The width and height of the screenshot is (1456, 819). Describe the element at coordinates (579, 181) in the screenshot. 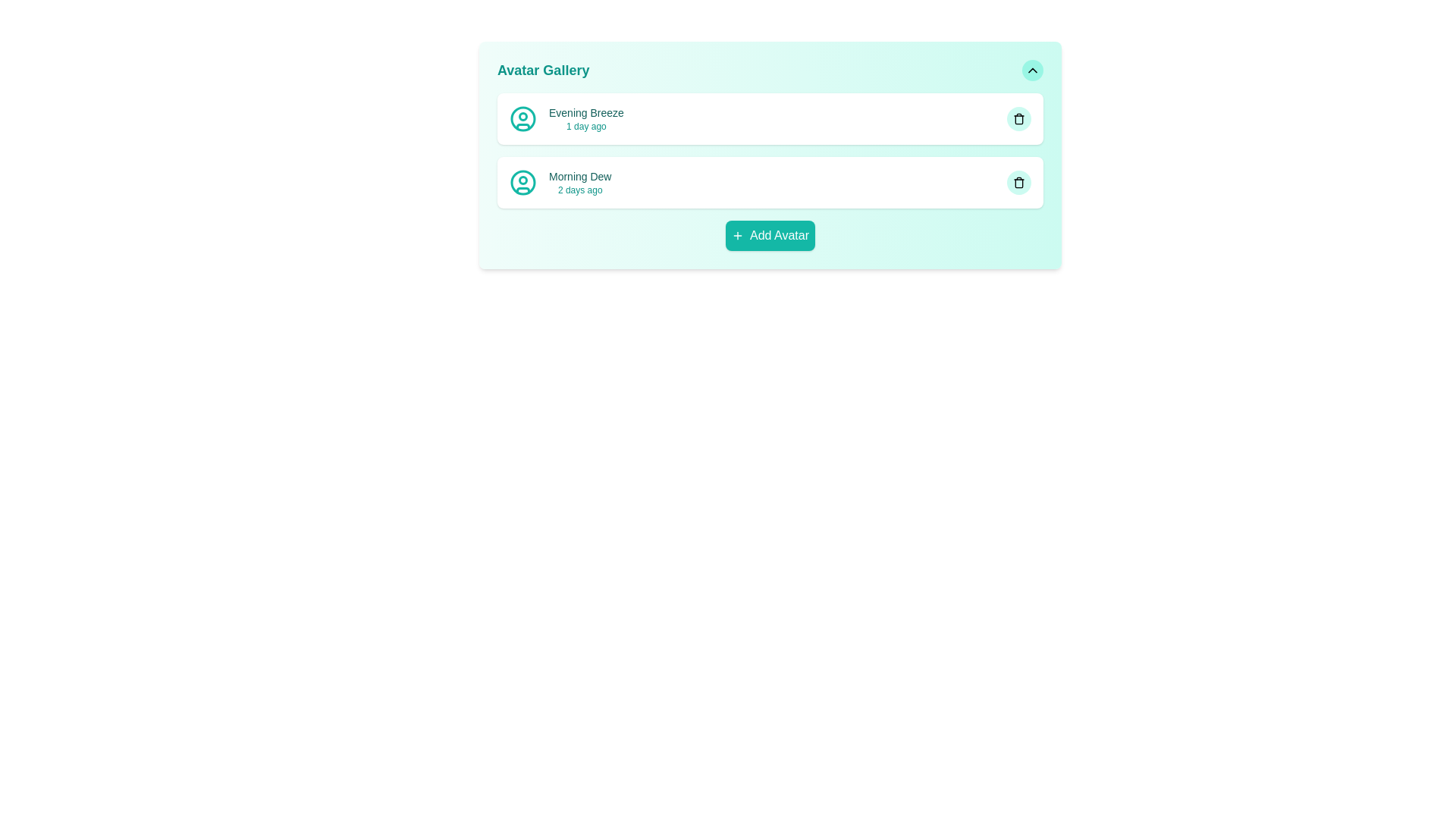

I see `group of texts displaying 'Morning Dew' and '2 days ago' within the user entry component located in the 'Avatar Gallery' card, specifically the second entry below 'Evening Breeze'` at that location.